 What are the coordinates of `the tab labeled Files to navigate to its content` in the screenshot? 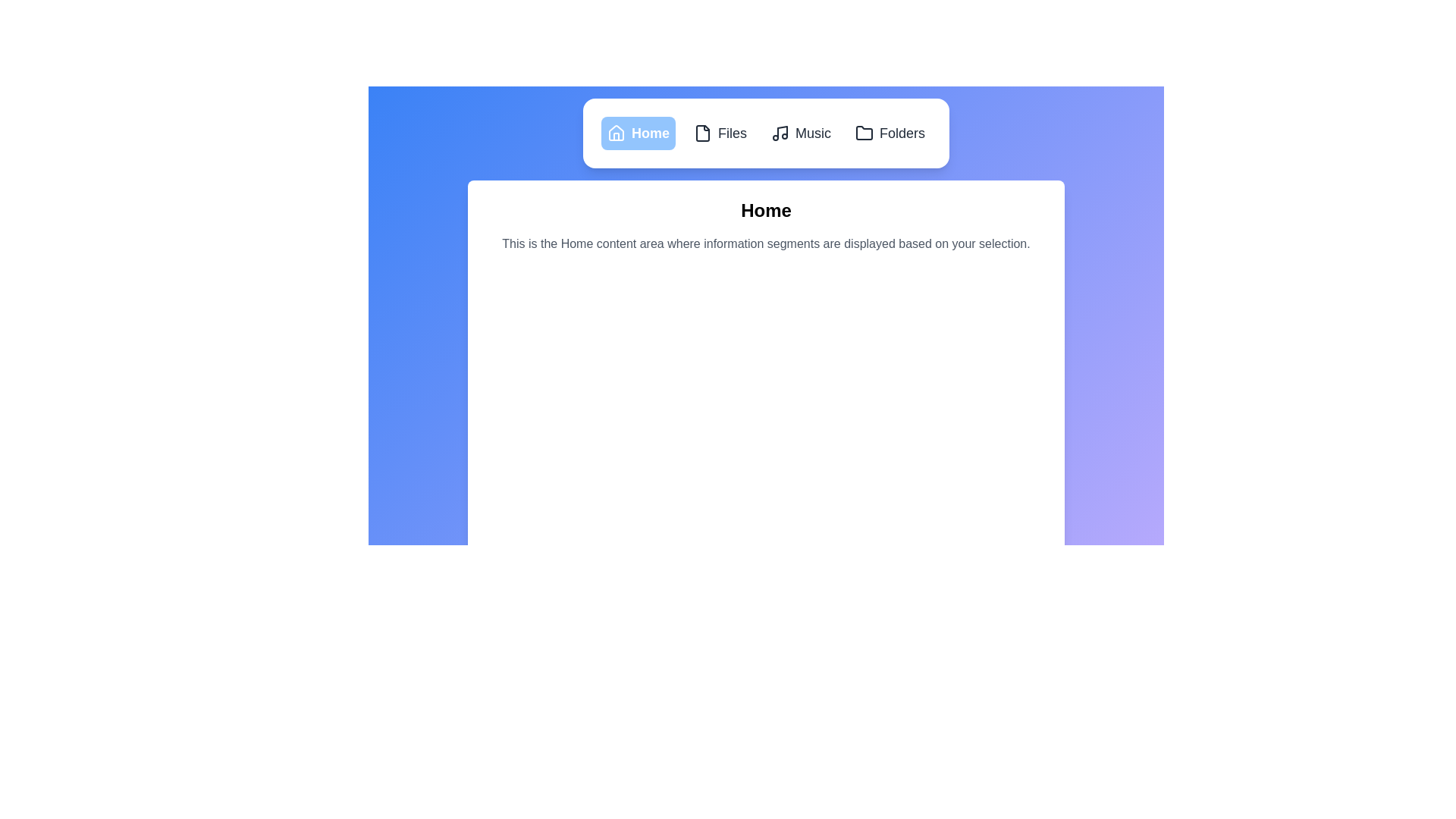 It's located at (720, 133).